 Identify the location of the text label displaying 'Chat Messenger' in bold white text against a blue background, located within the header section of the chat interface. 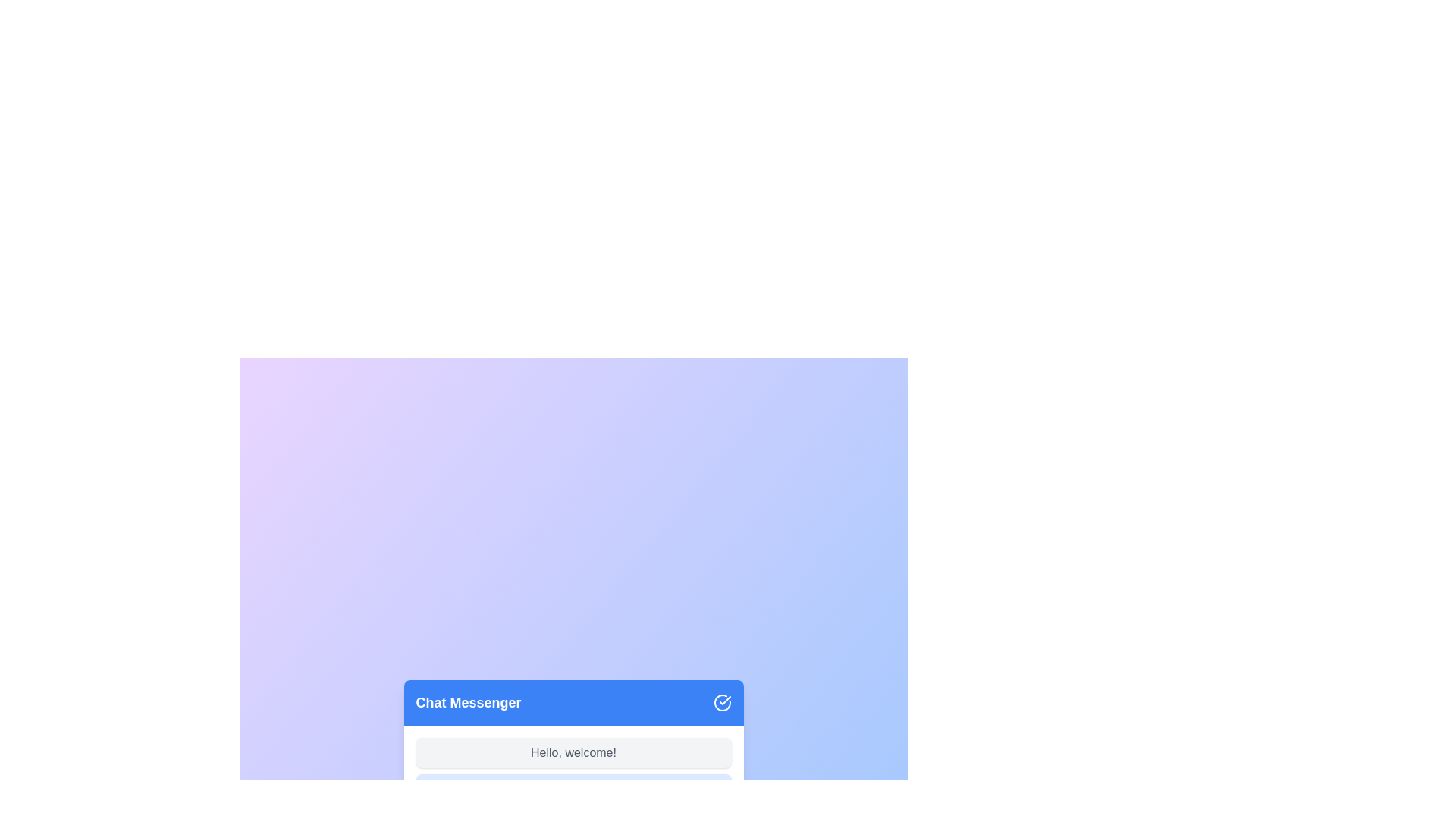
(468, 702).